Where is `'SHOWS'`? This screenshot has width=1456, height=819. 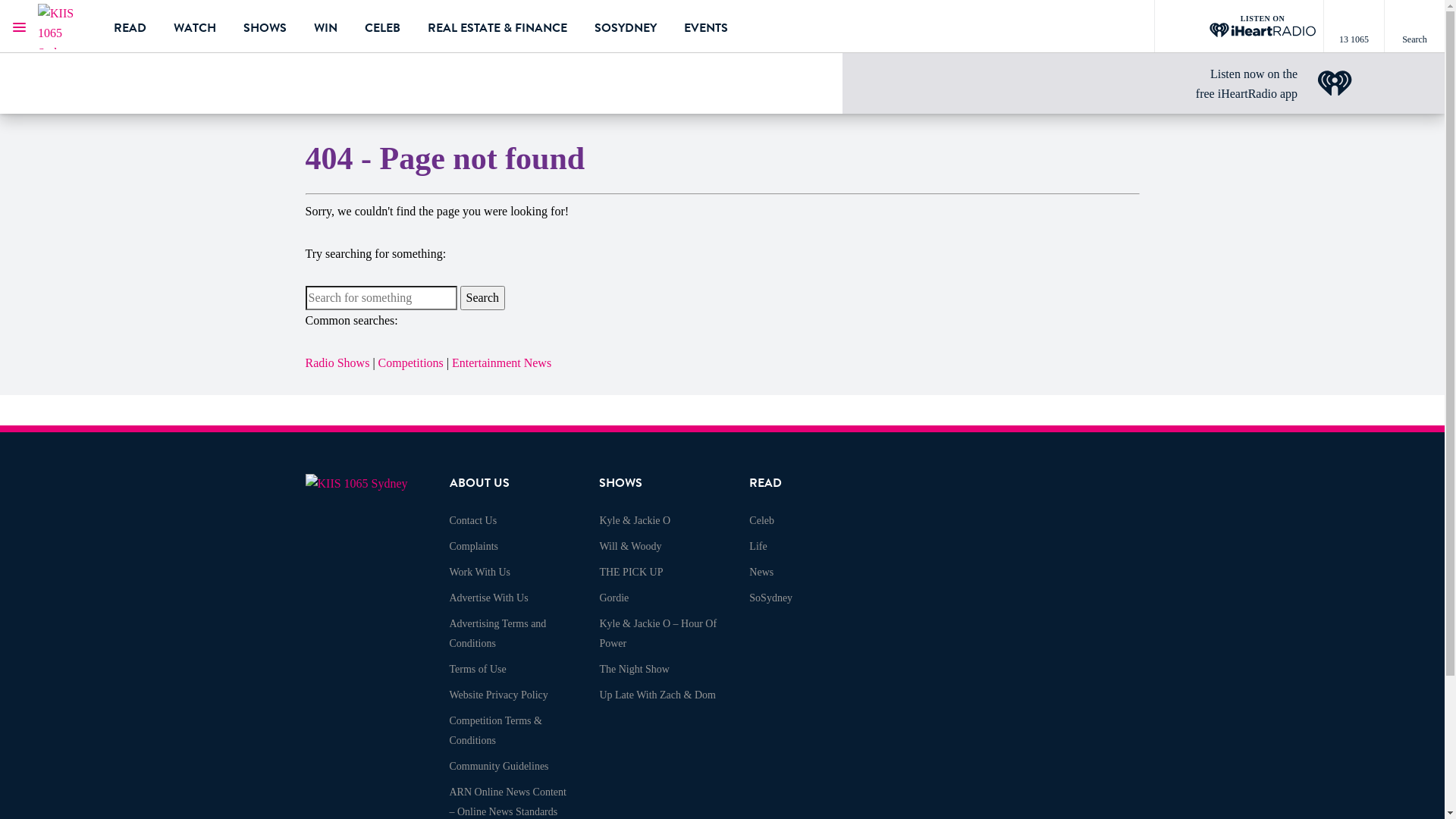
'SHOWS' is located at coordinates (265, 26).